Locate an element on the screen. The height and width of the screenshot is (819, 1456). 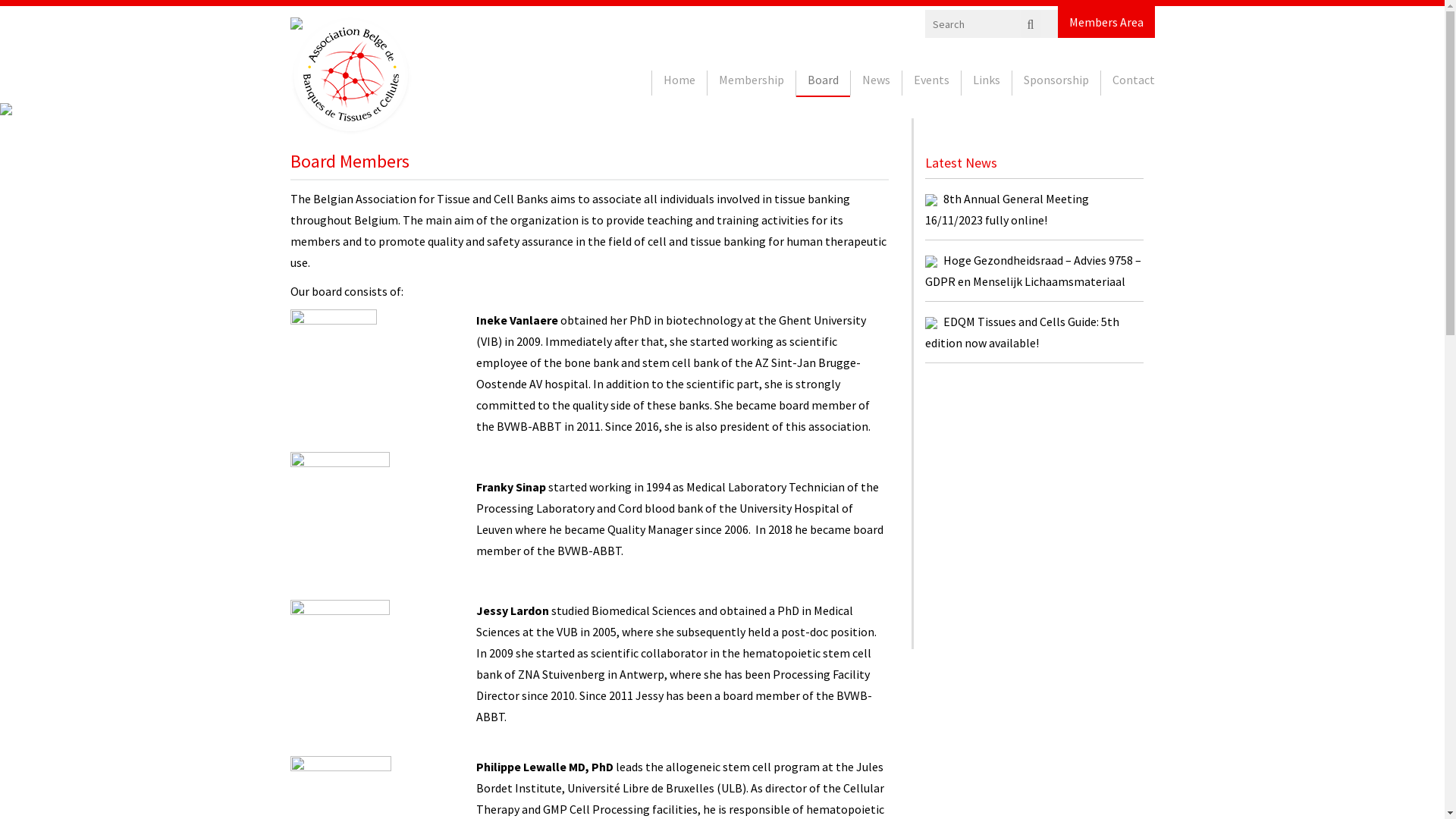
'EDQM Tissues and Cells Guide: 5th edition now available!' is located at coordinates (1022, 331).